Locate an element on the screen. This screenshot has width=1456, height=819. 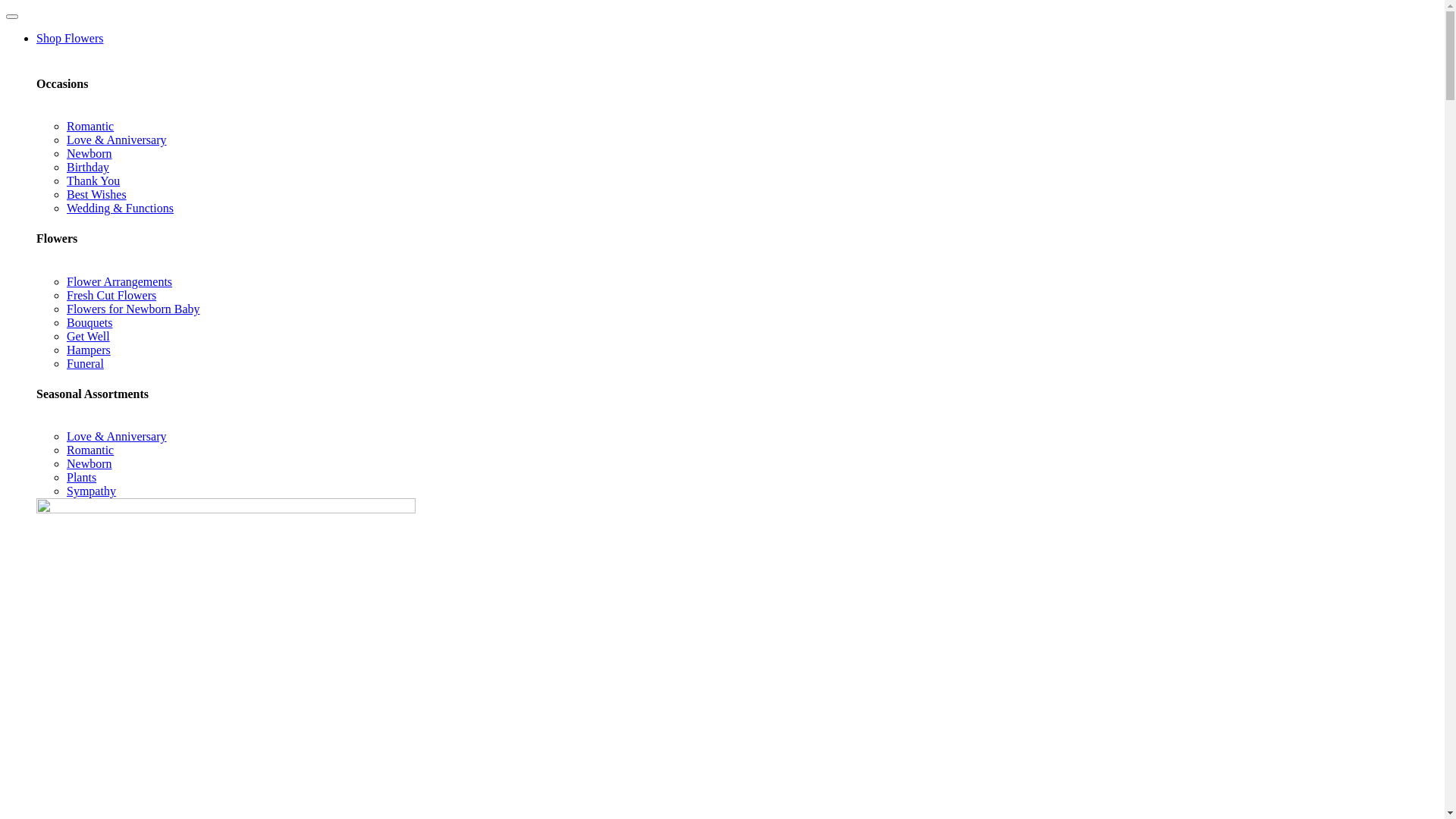
'Funeral' is located at coordinates (84, 363).